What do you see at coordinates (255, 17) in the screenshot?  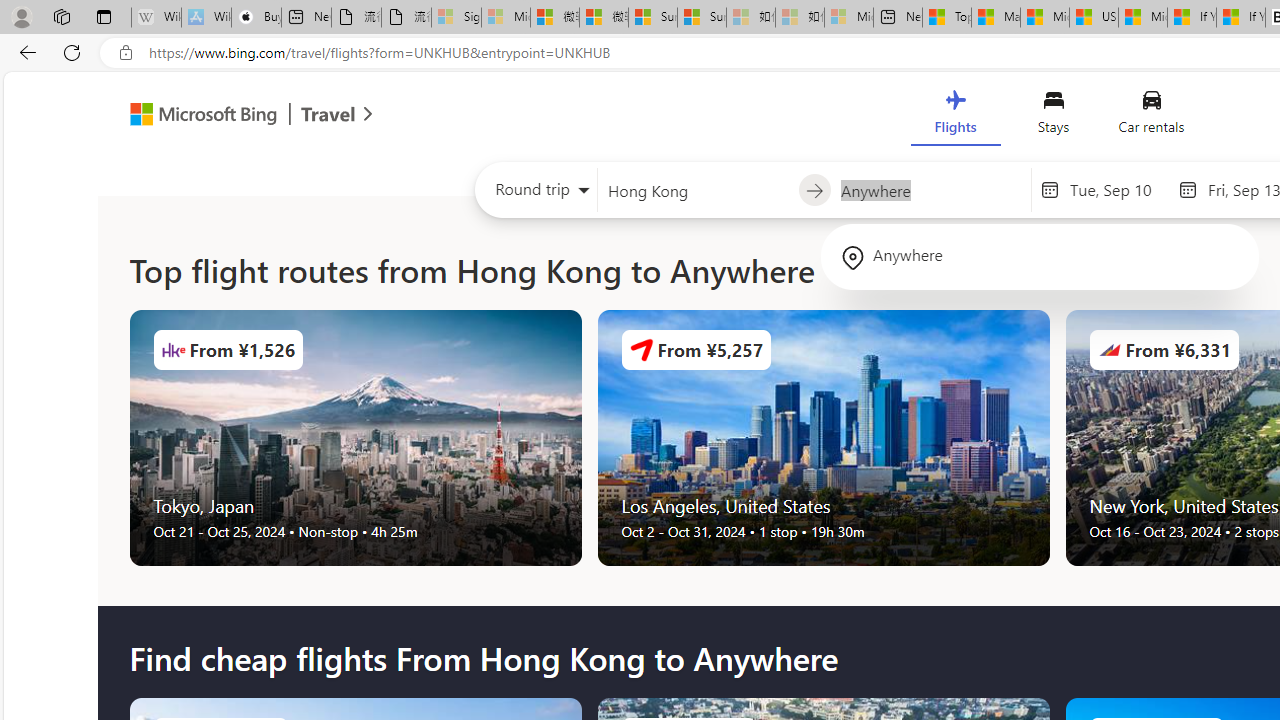 I see `'Buy iPad - Apple'` at bounding box center [255, 17].